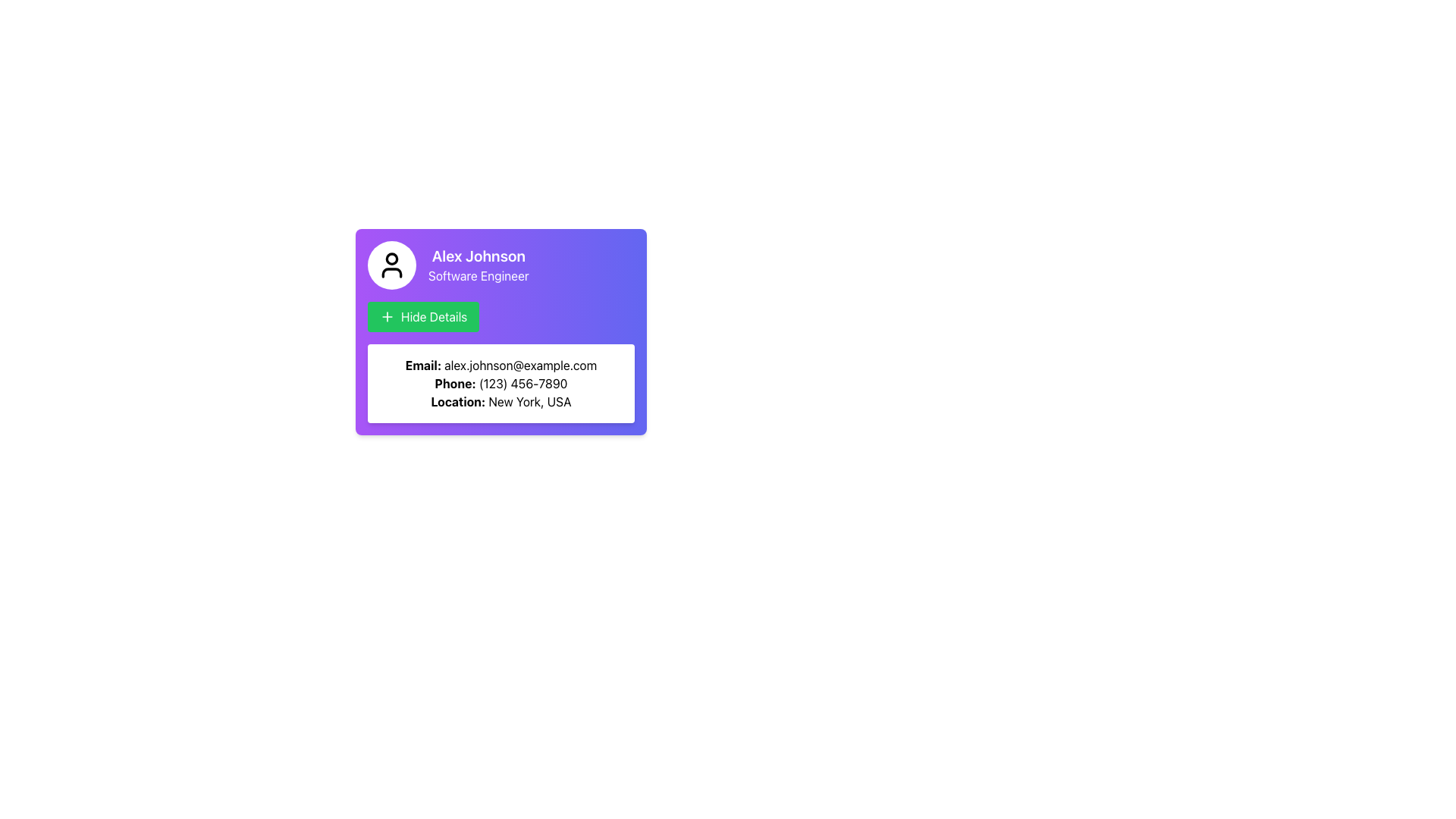 The width and height of the screenshot is (1456, 819). I want to click on the button that toggles the visibility of additional information related to 'Alex Johnson' to trigger a visual effect, so click(423, 315).